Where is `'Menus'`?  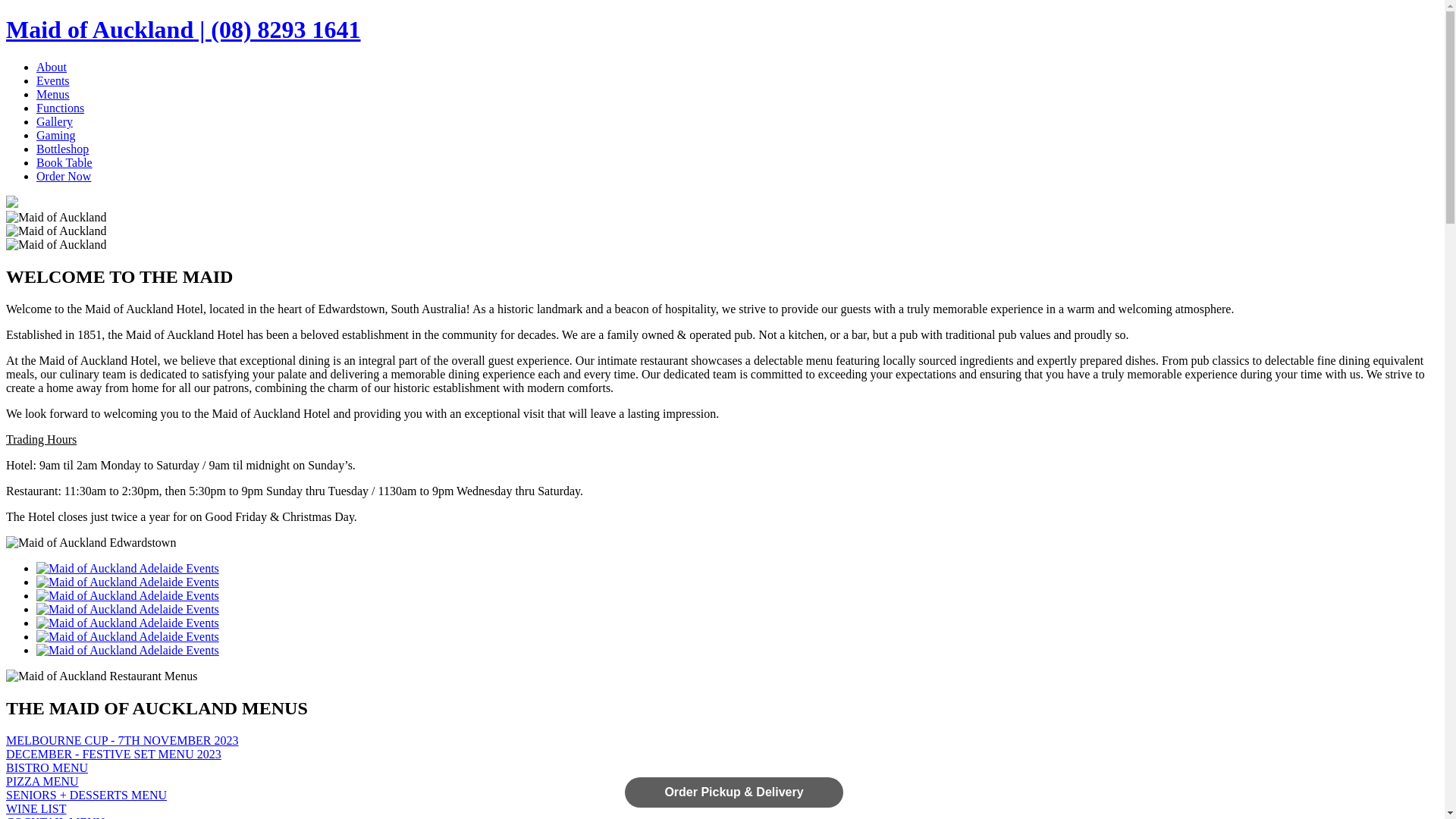
'Menus' is located at coordinates (53, 94).